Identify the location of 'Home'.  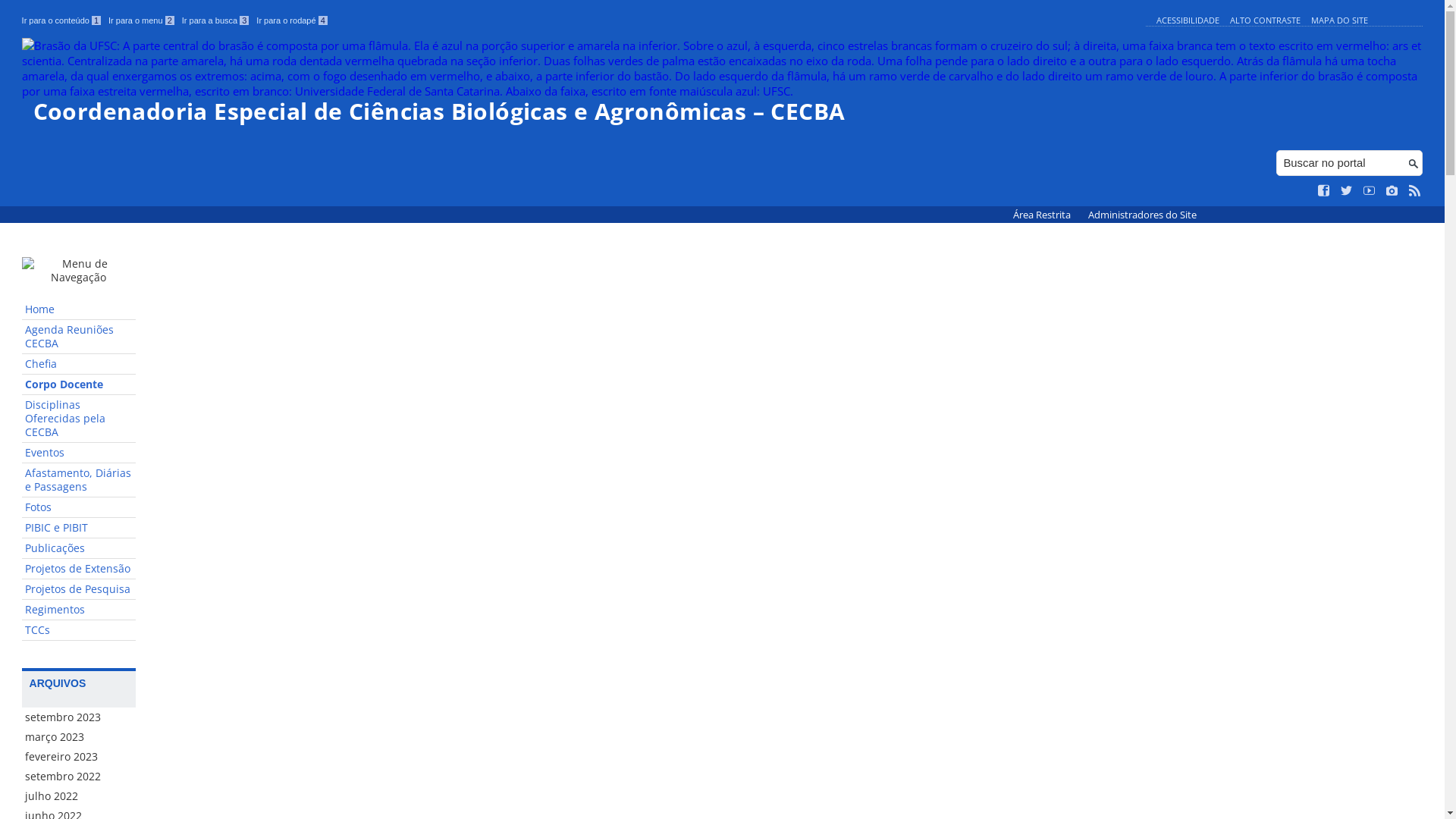
(21, 309).